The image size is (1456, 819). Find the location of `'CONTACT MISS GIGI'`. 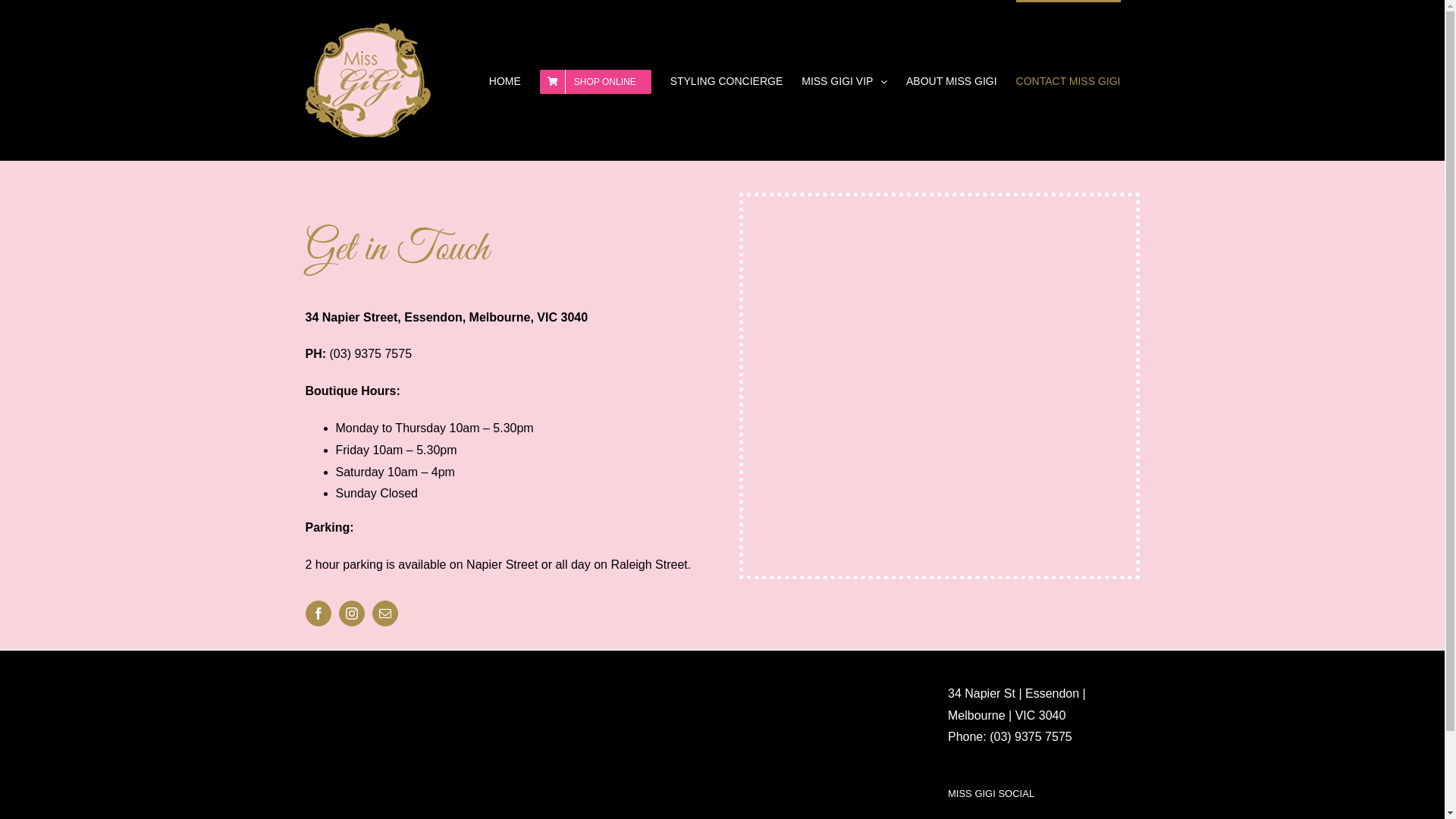

'CONTACT MISS GIGI' is located at coordinates (1068, 80).